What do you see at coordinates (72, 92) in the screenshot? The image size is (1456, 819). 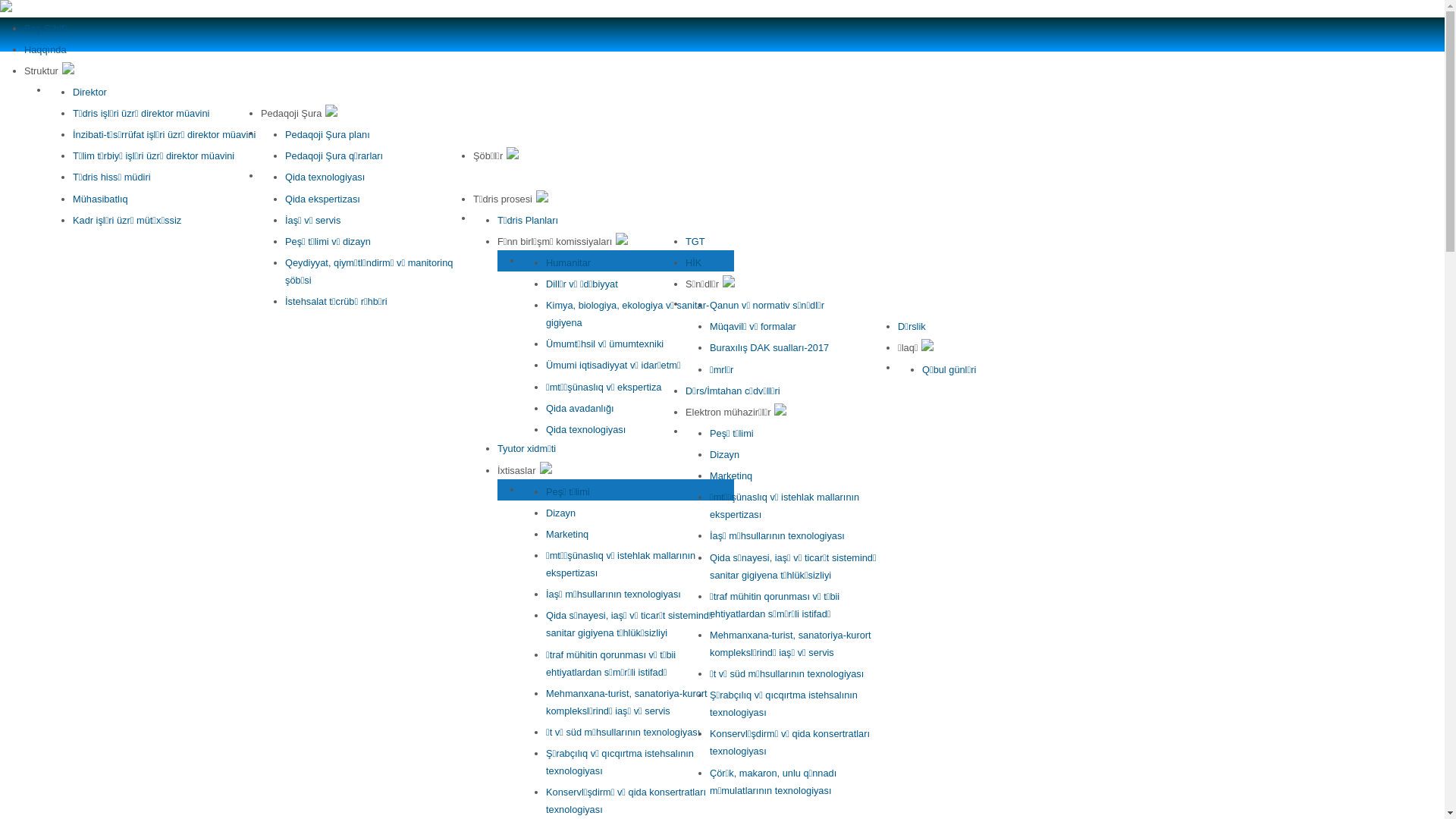 I see `'Direktor'` at bounding box center [72, 92].